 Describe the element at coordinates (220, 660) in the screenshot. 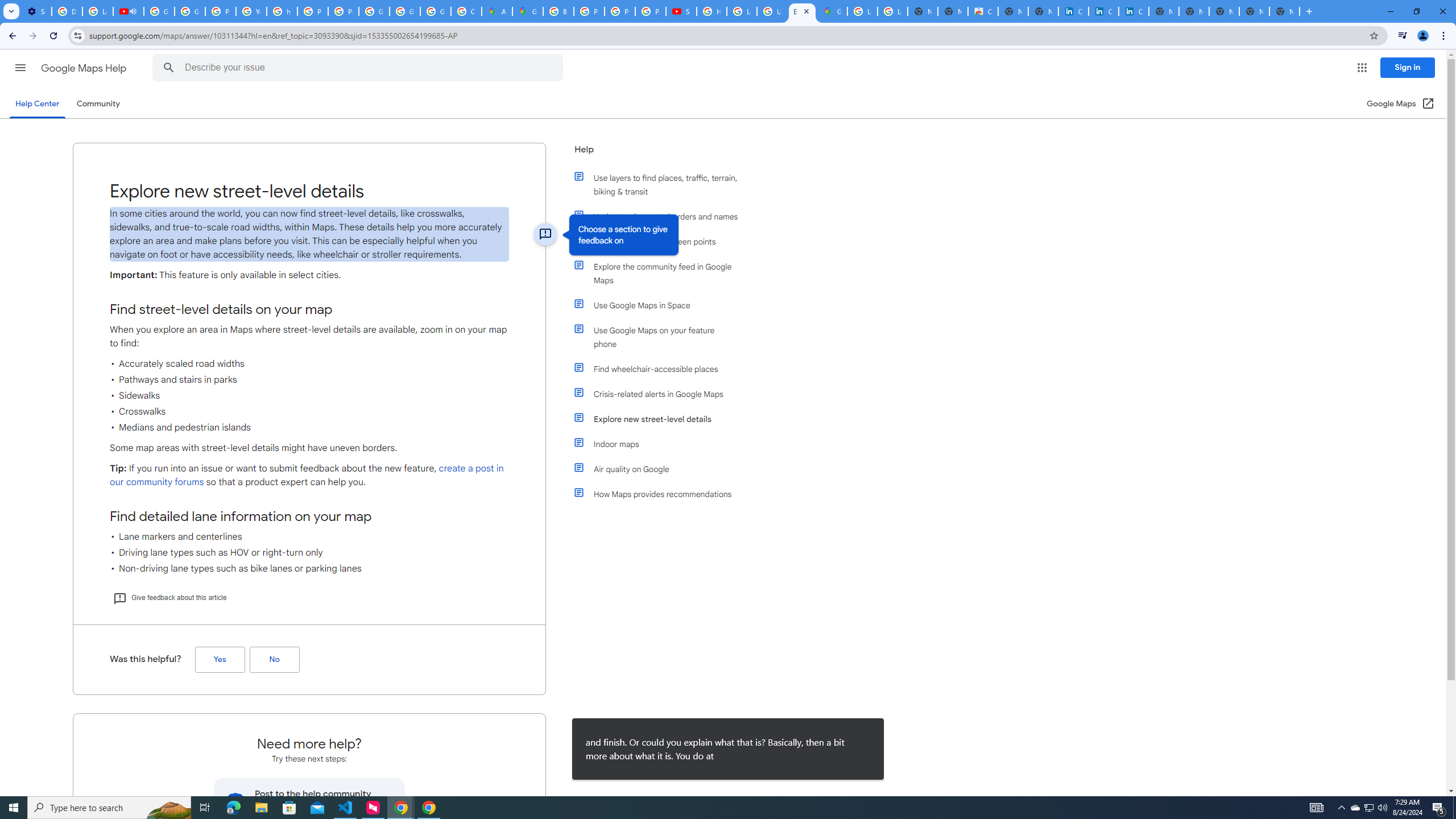

I see `'Yes (Was this helpful?)'` at that location.